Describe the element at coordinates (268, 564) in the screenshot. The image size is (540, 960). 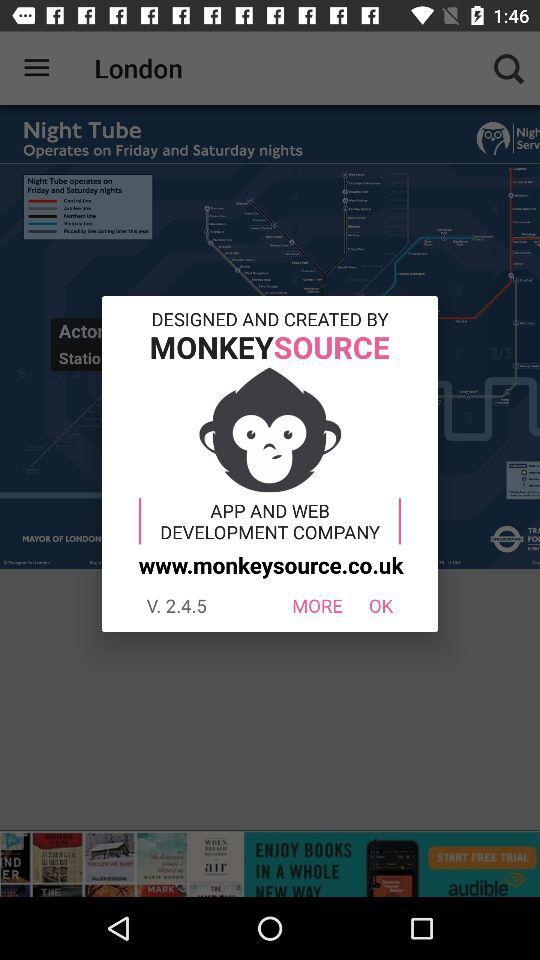
I see `the icon above v 2 4` at that location.